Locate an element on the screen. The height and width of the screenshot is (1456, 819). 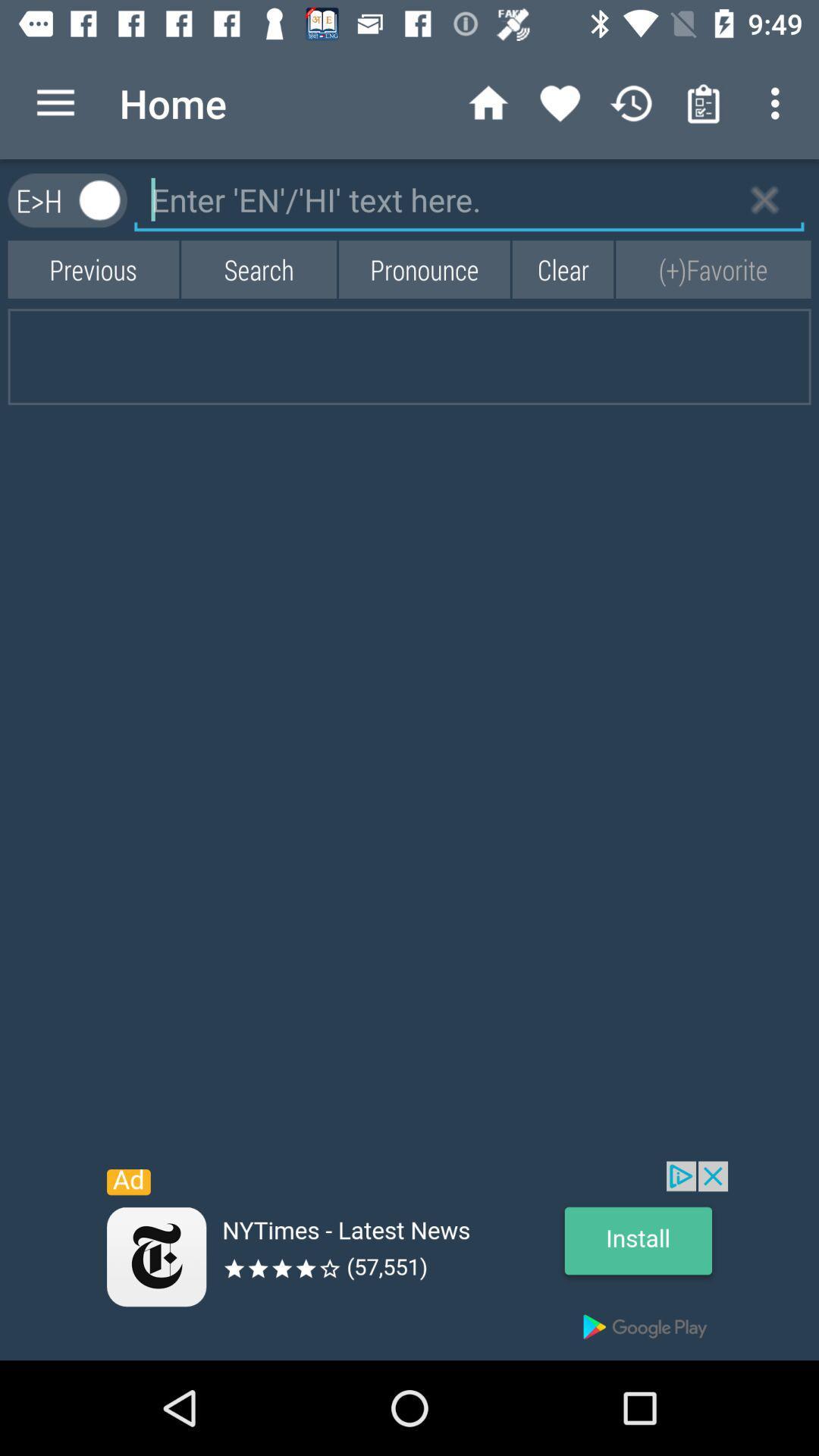
the button beside search is located at coordinates (93, 269).